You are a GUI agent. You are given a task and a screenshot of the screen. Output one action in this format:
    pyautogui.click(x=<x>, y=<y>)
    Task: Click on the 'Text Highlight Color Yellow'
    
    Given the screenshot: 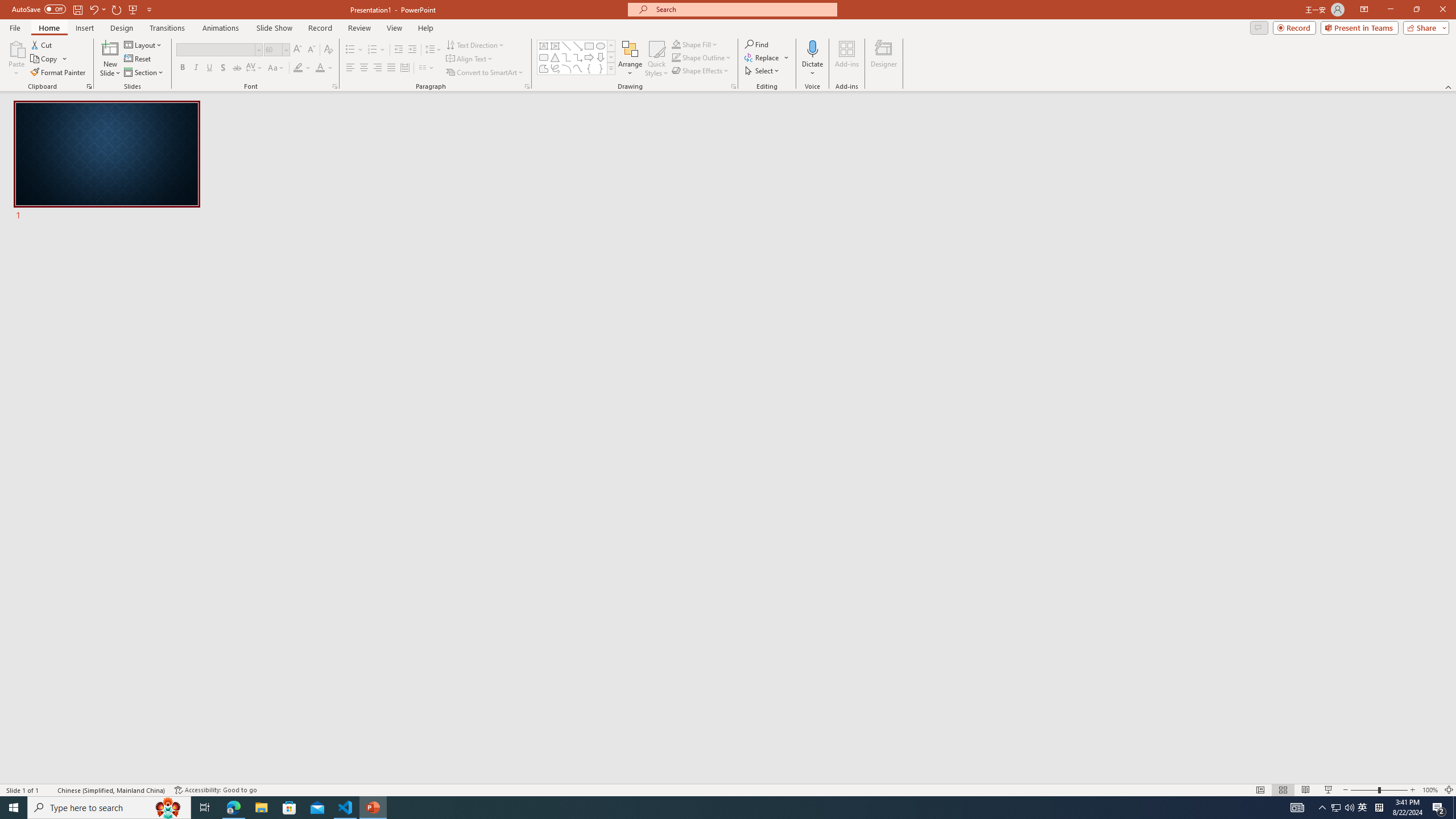 What is the action you would take?
    pyautogui.click(x=297, y=67)
    